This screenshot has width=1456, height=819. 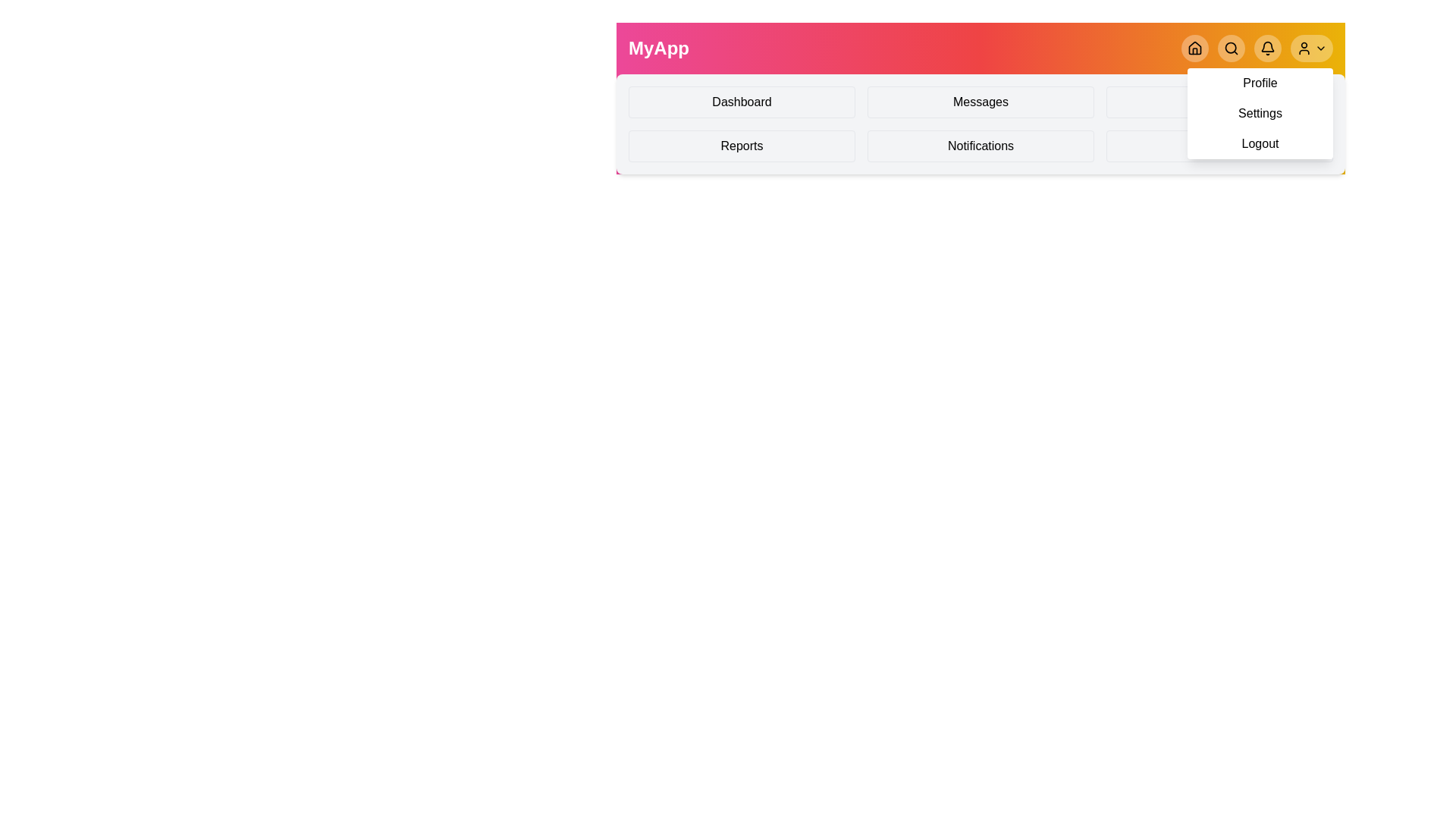 I want to click on the application title 'MyApp', so click(x=658, y=48).